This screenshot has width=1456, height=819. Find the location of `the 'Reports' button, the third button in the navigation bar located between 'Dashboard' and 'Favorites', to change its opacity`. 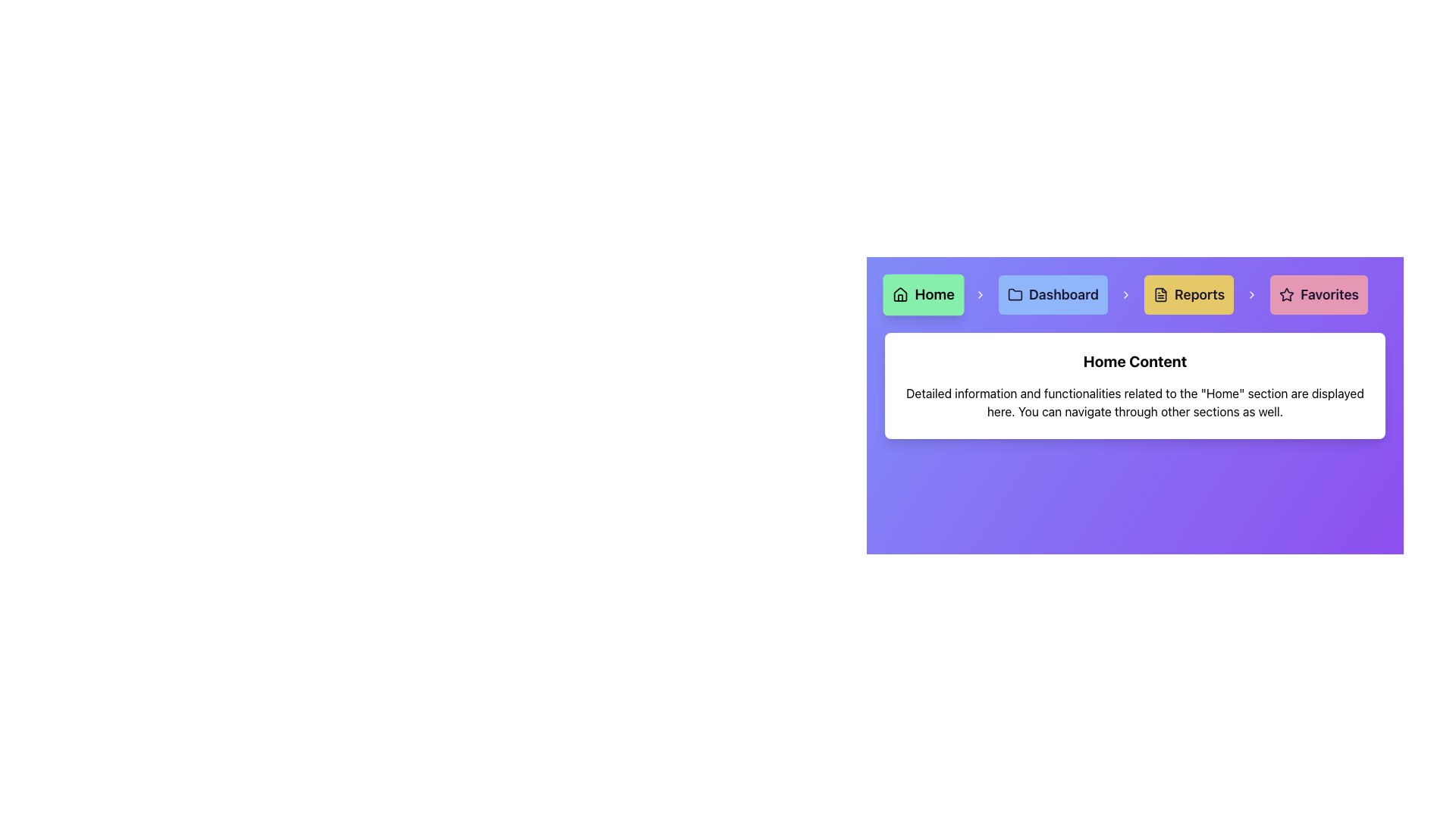

the 'Reports' button, the third button in the navigation bar located between 'Dashboard' and 'Favorites', to change its opacity is located at coordinates (1188, 295).